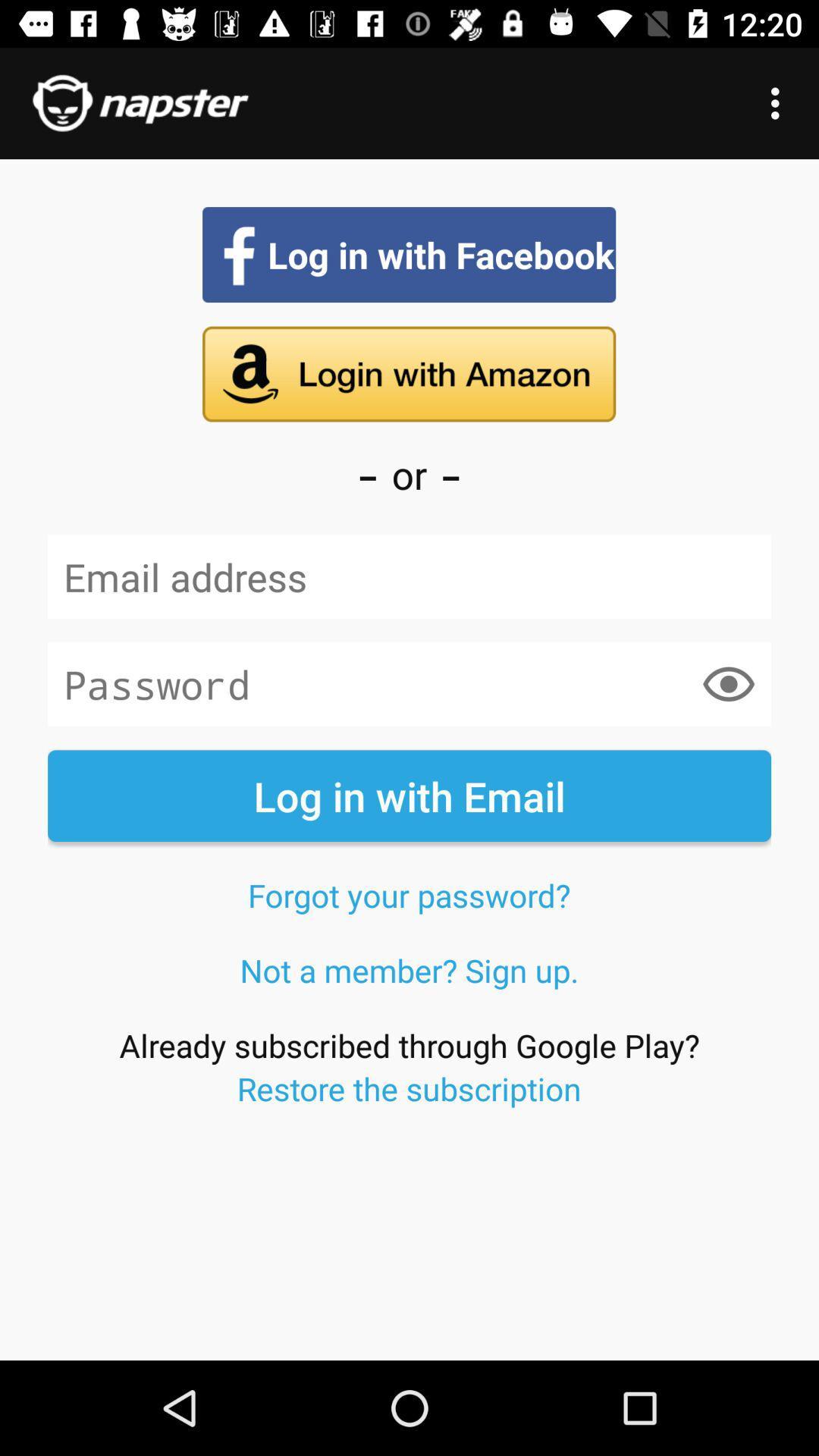  I want to click on log in with your facebook account, so click(408, 255).